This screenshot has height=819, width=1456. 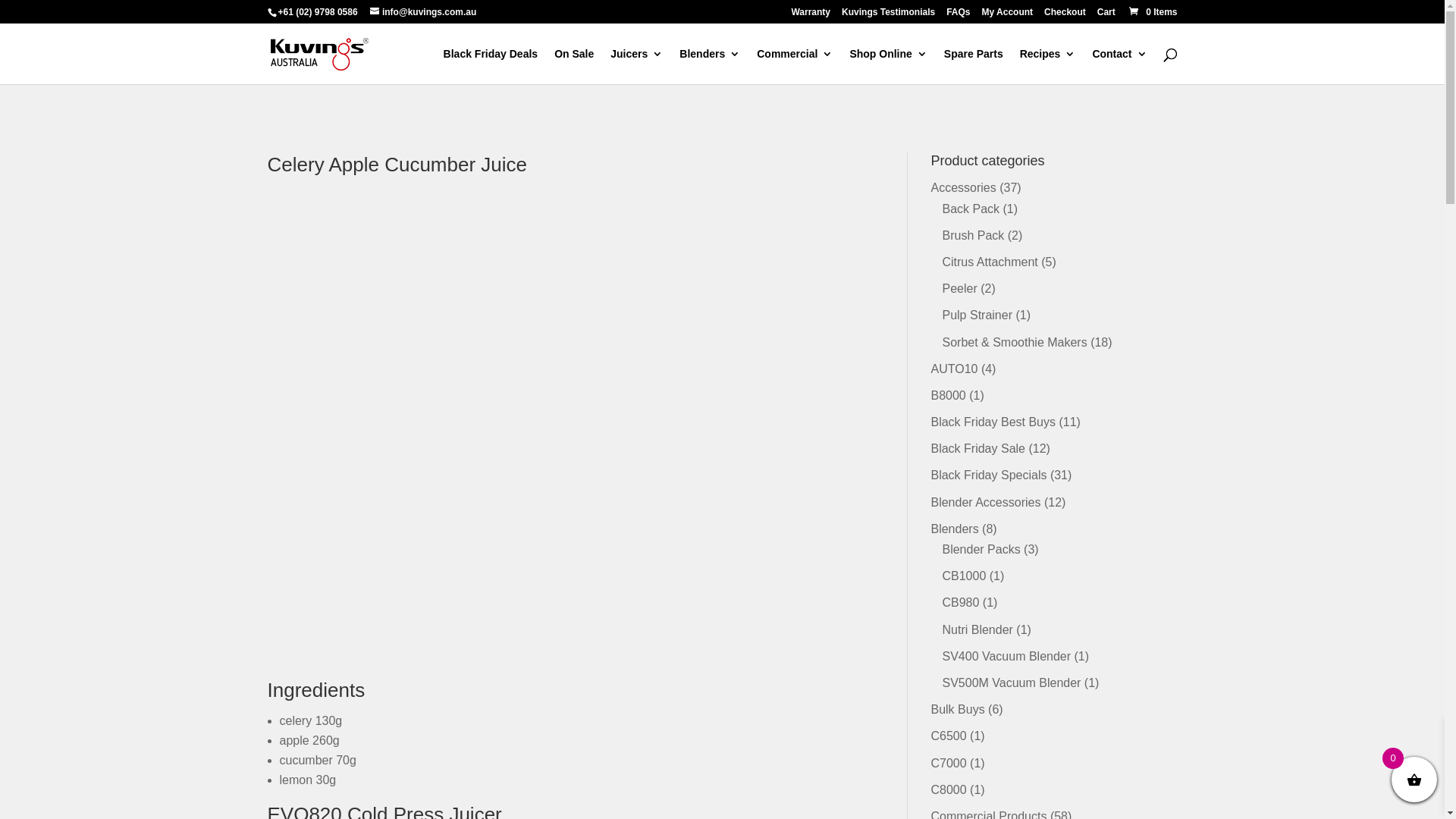 I want to click on 'Recipes', so click(x=1047, y=65).